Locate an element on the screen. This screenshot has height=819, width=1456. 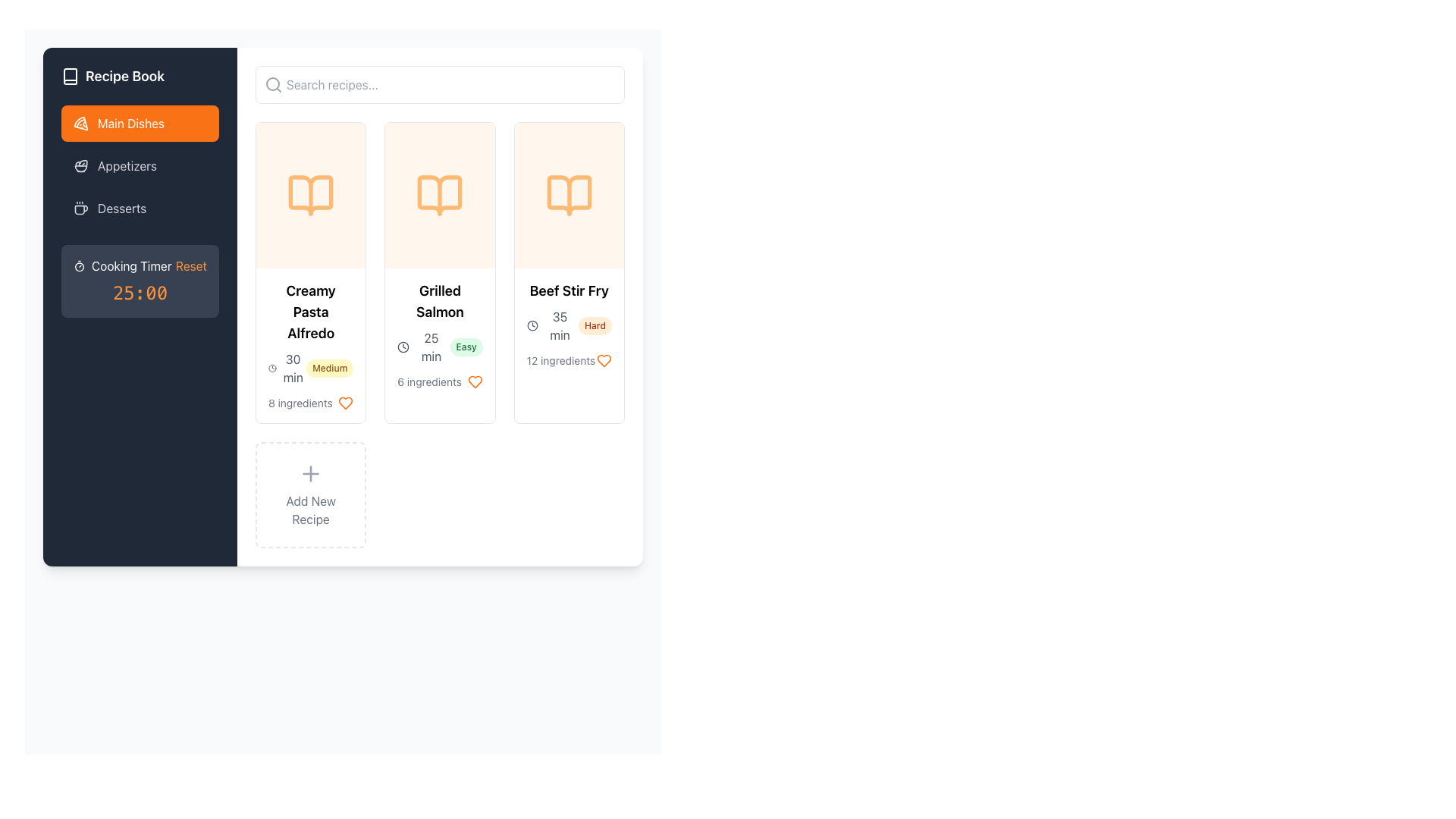
the left-side page of the open book icon in the 'Creamy Pasta Alfredo' card located in the first row of the recipe grid is located at coordinates (310, 195).